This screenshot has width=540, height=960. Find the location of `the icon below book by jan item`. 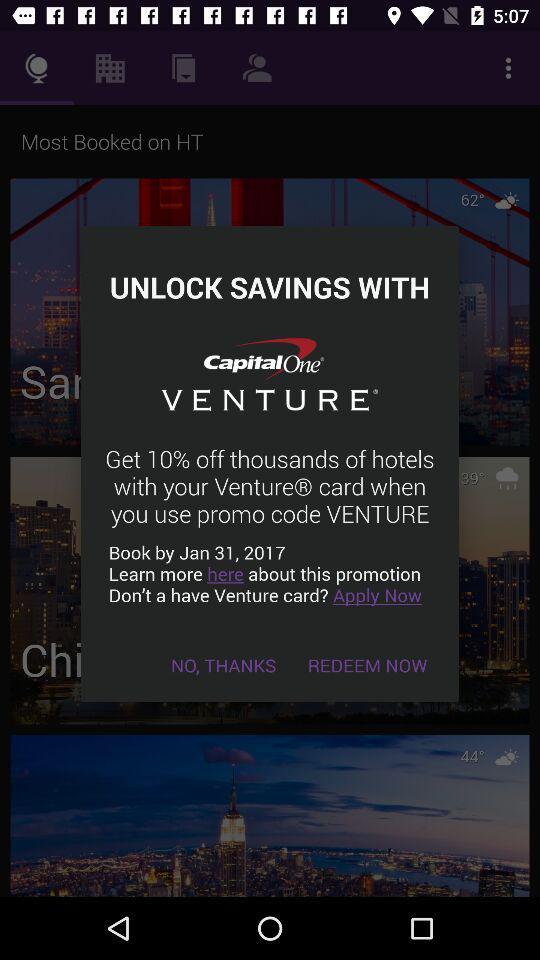

the icon below book by jan item is located at coordinates (222, 665).